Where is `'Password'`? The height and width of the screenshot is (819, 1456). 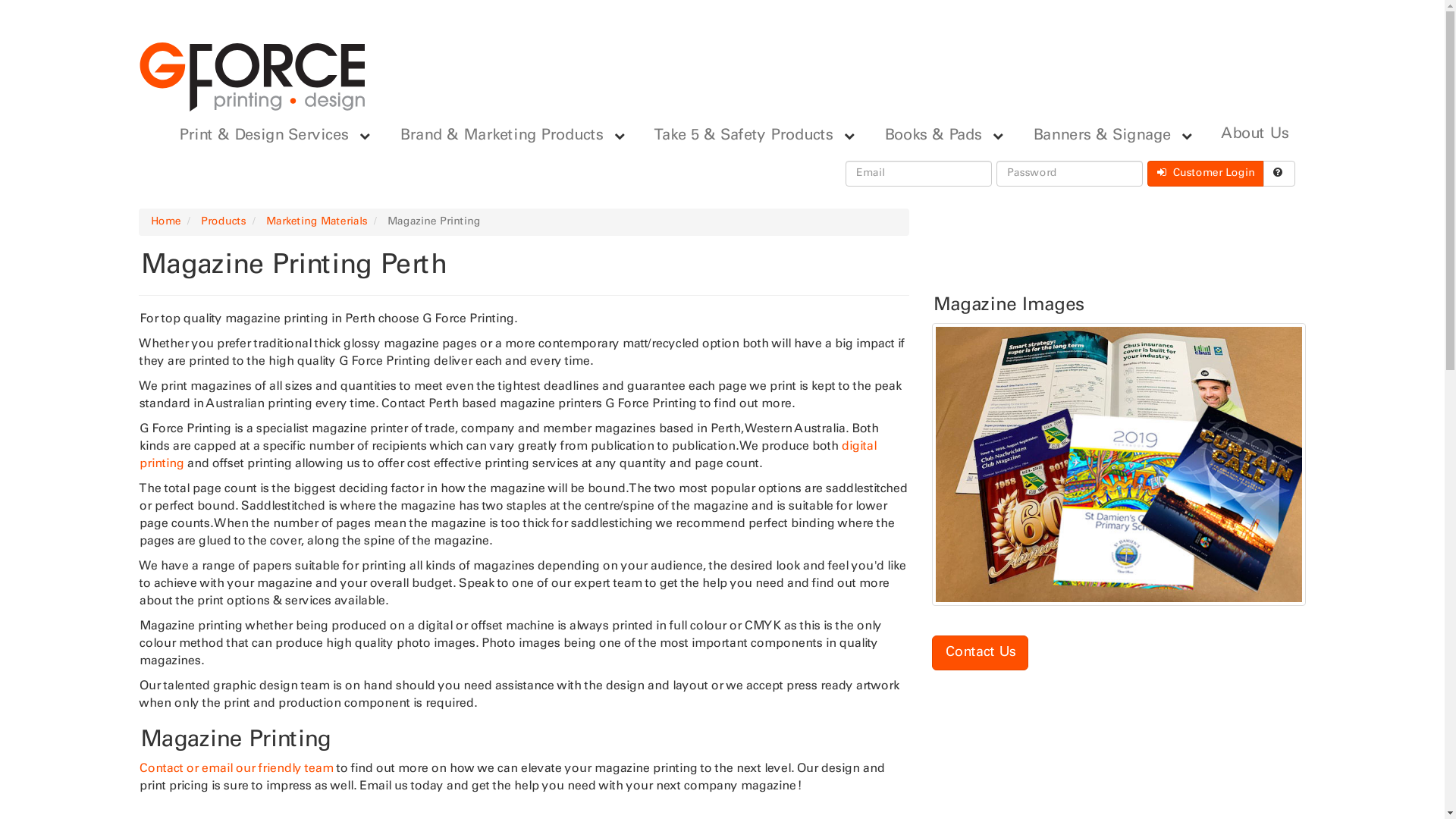
'Password' is located at coordinates (1068, 172).